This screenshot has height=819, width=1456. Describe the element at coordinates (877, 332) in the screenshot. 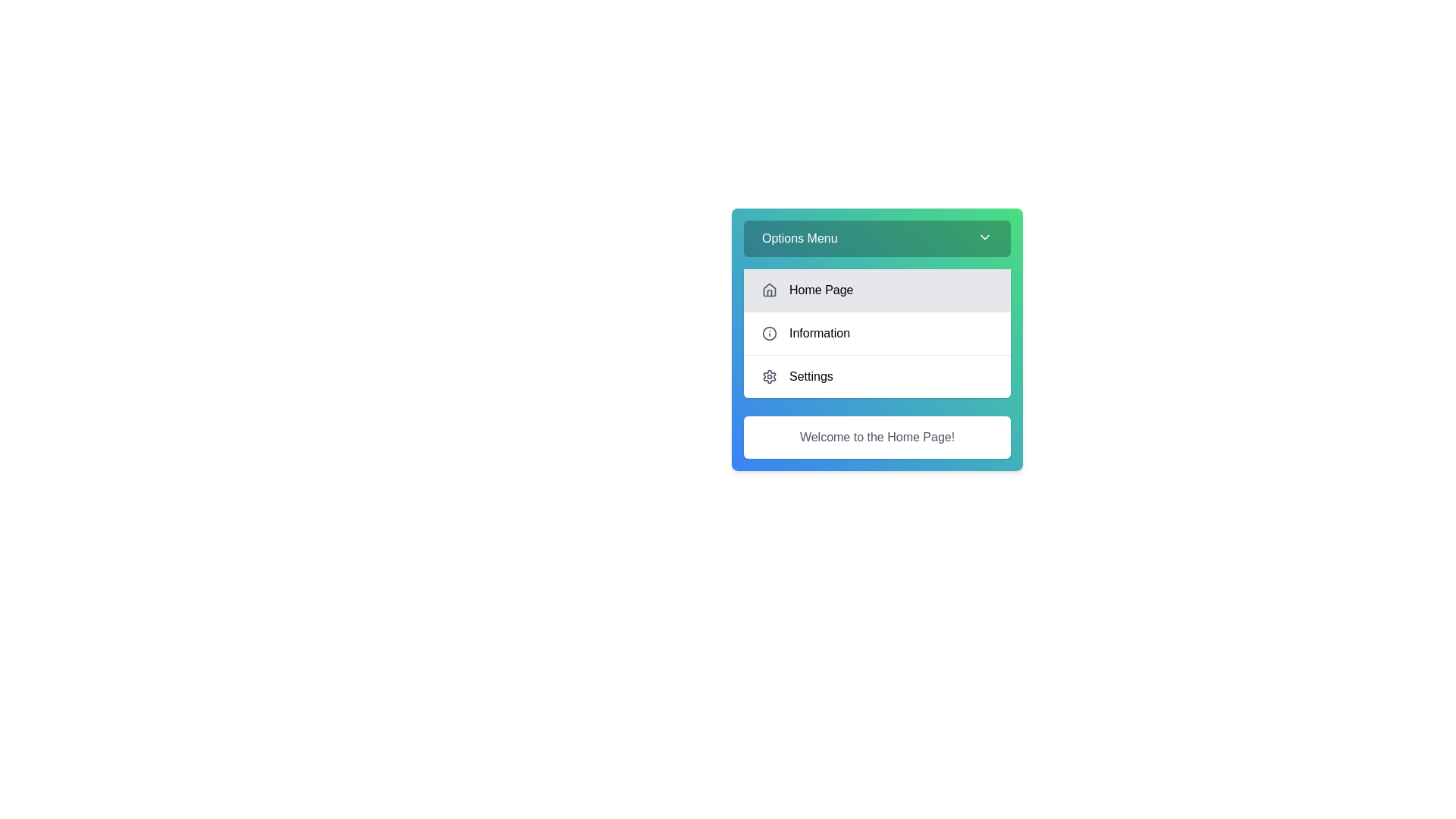

I see `a menu item from the vertical navigation menu located within the green and blue gradient box labeled 'Options Menu'` at that location.